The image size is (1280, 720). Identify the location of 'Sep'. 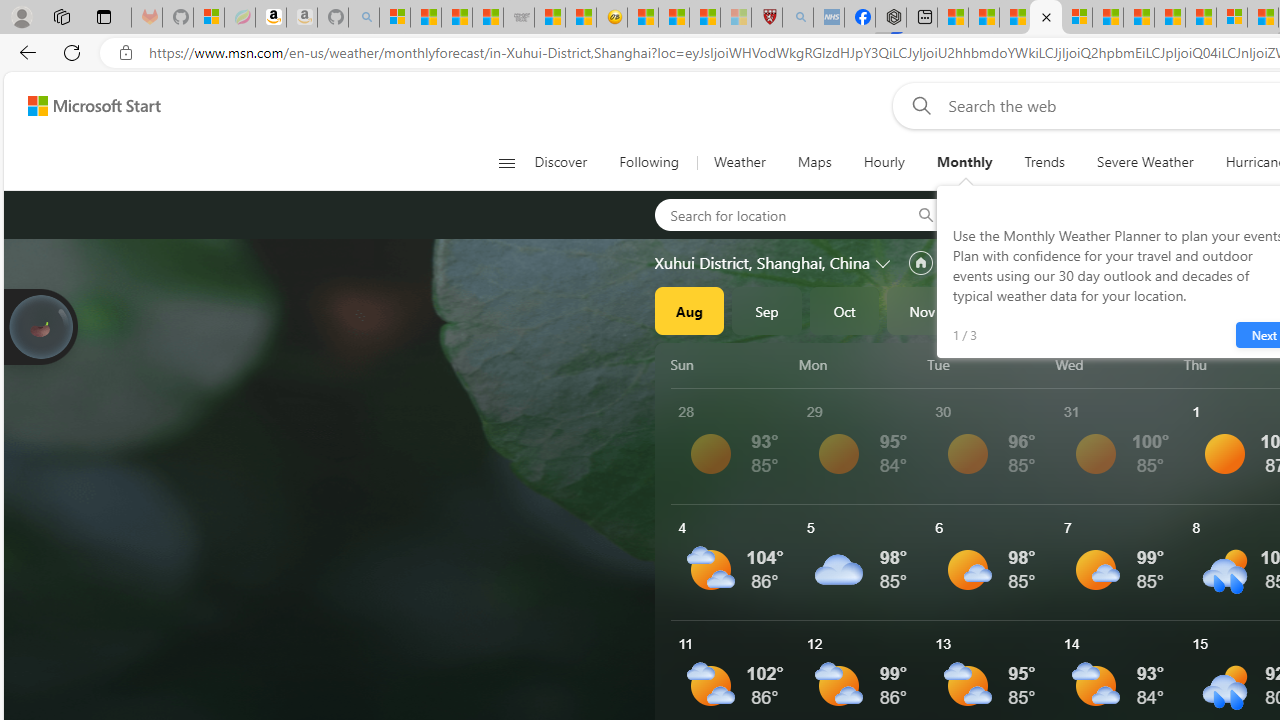
(766, 311).